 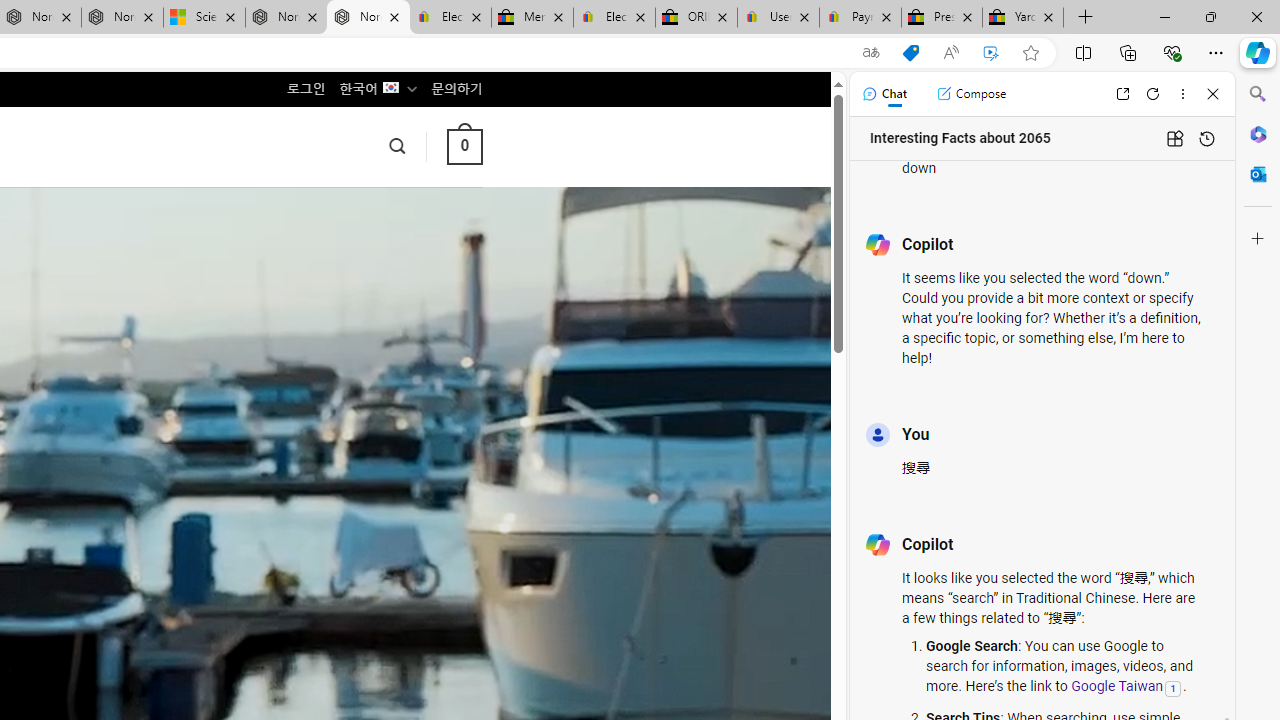 What do you see at coordinates (1171, 51) in the screenshot?
I see `'Browser essentials'` at bounding box center [1171, 51].